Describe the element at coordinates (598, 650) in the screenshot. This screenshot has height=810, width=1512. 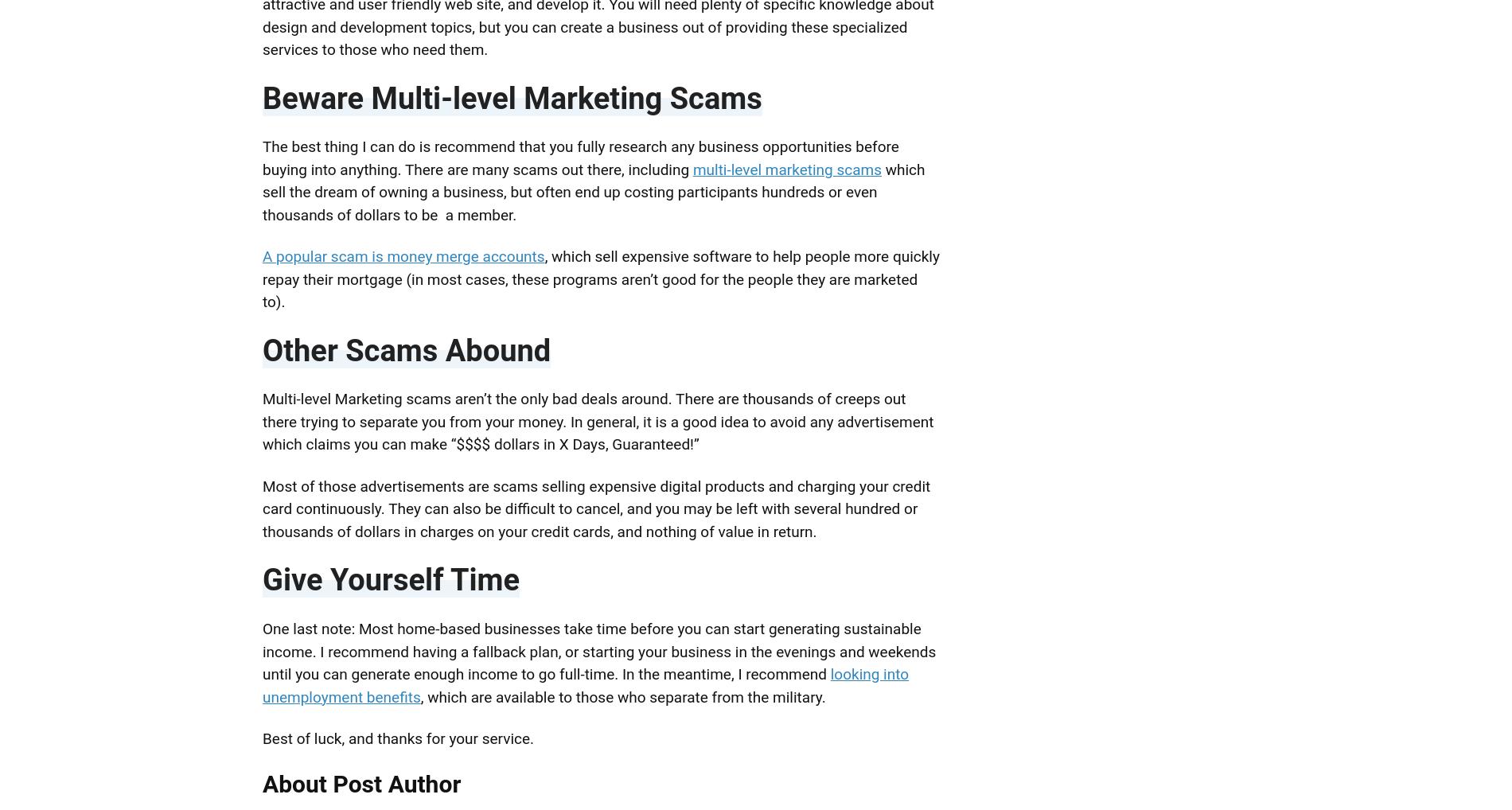
I see `'One last note: Most home-based businesses take time before you can start generating sustainable income. I recommend having a fallback plan, or starting your business in the evenings and weekends until you can generate enough income to go full-time. In the meantime, I recommend'` at that location.